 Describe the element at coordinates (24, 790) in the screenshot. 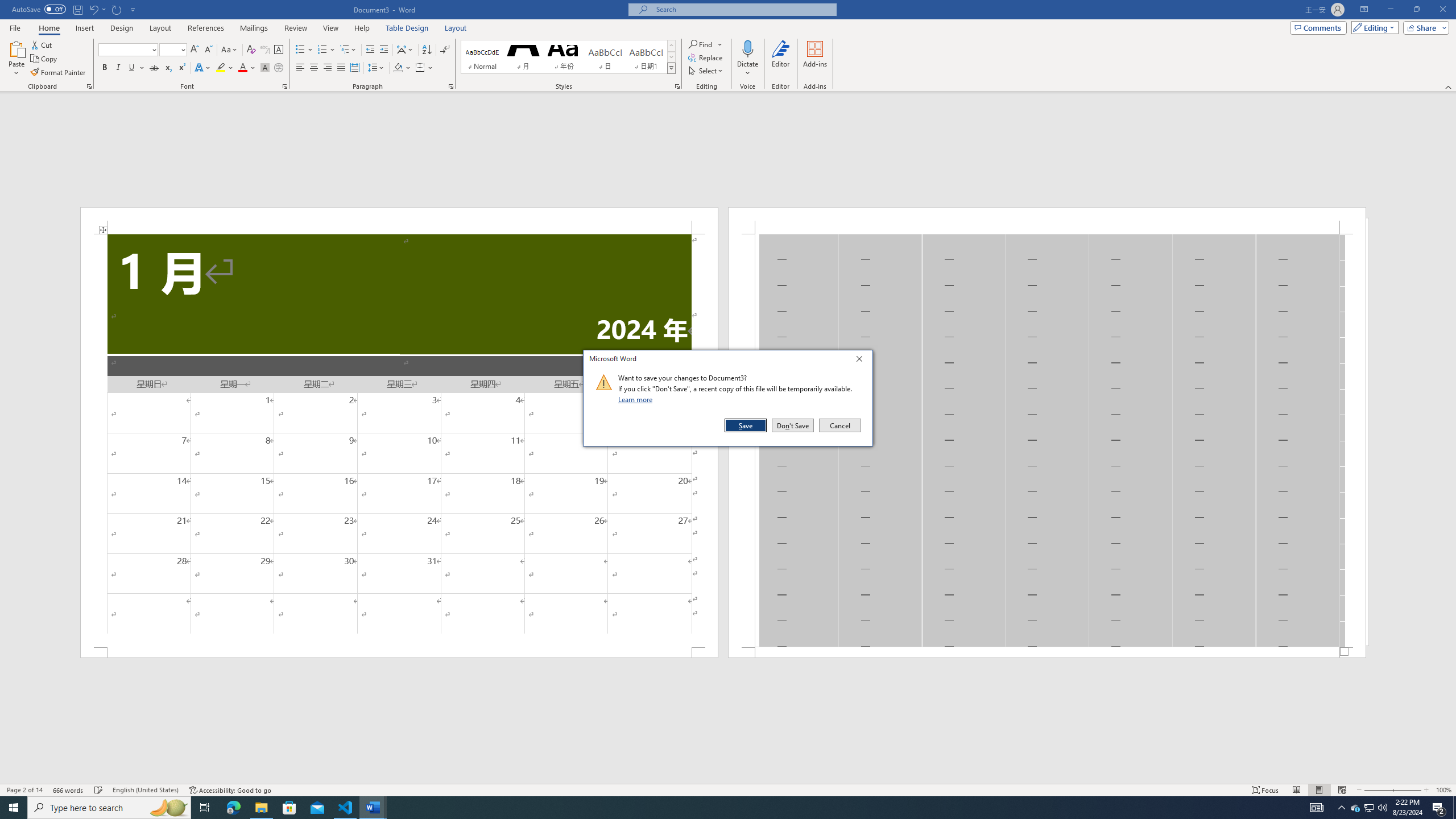

I see `'Page Number Page 2 of 14'` at that location.